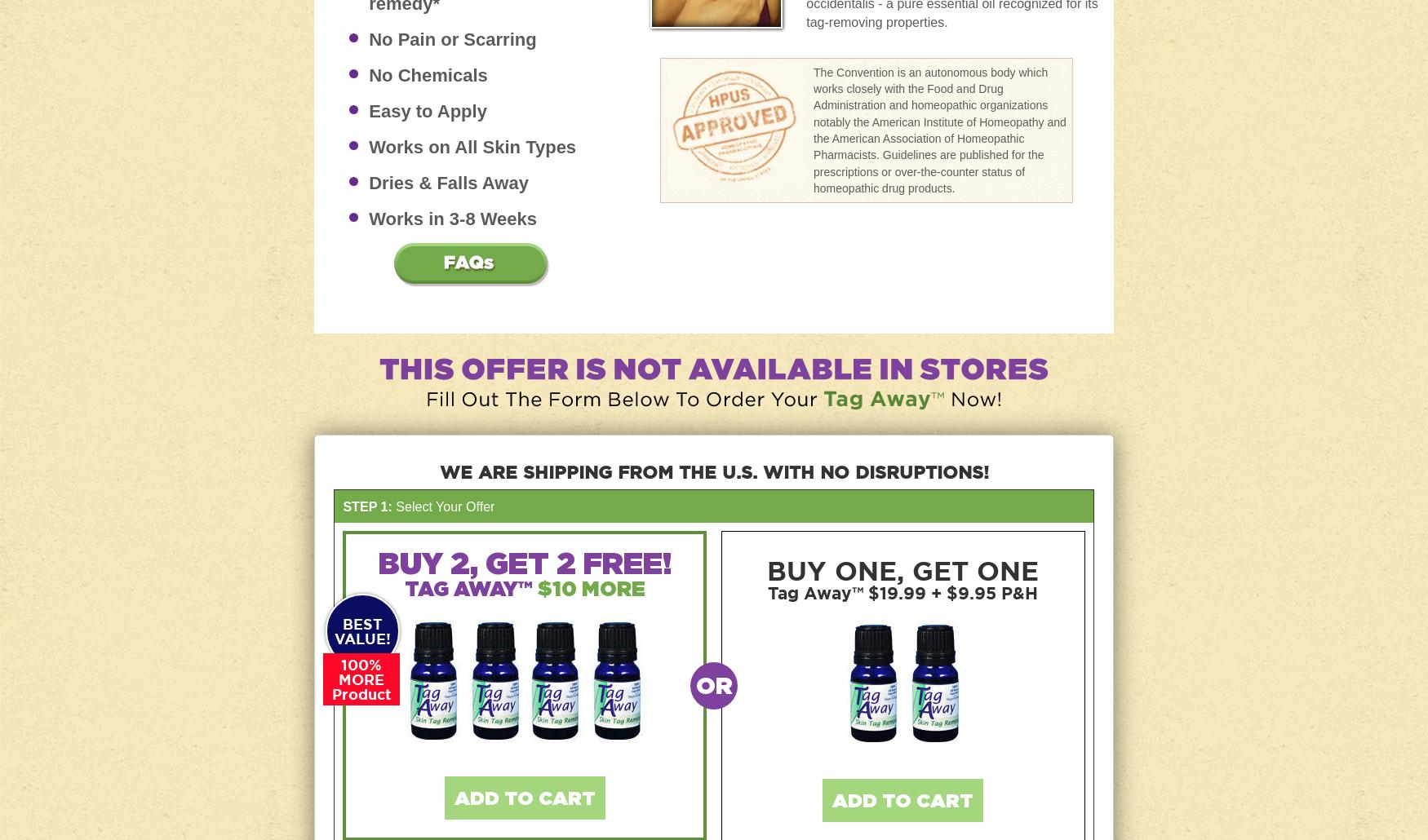 This screenshot has height=840, width=1428. Describe the element at coordinates (451, 217) in the screenshot. I see `'Works in 3-8 Weeks'` at that location.